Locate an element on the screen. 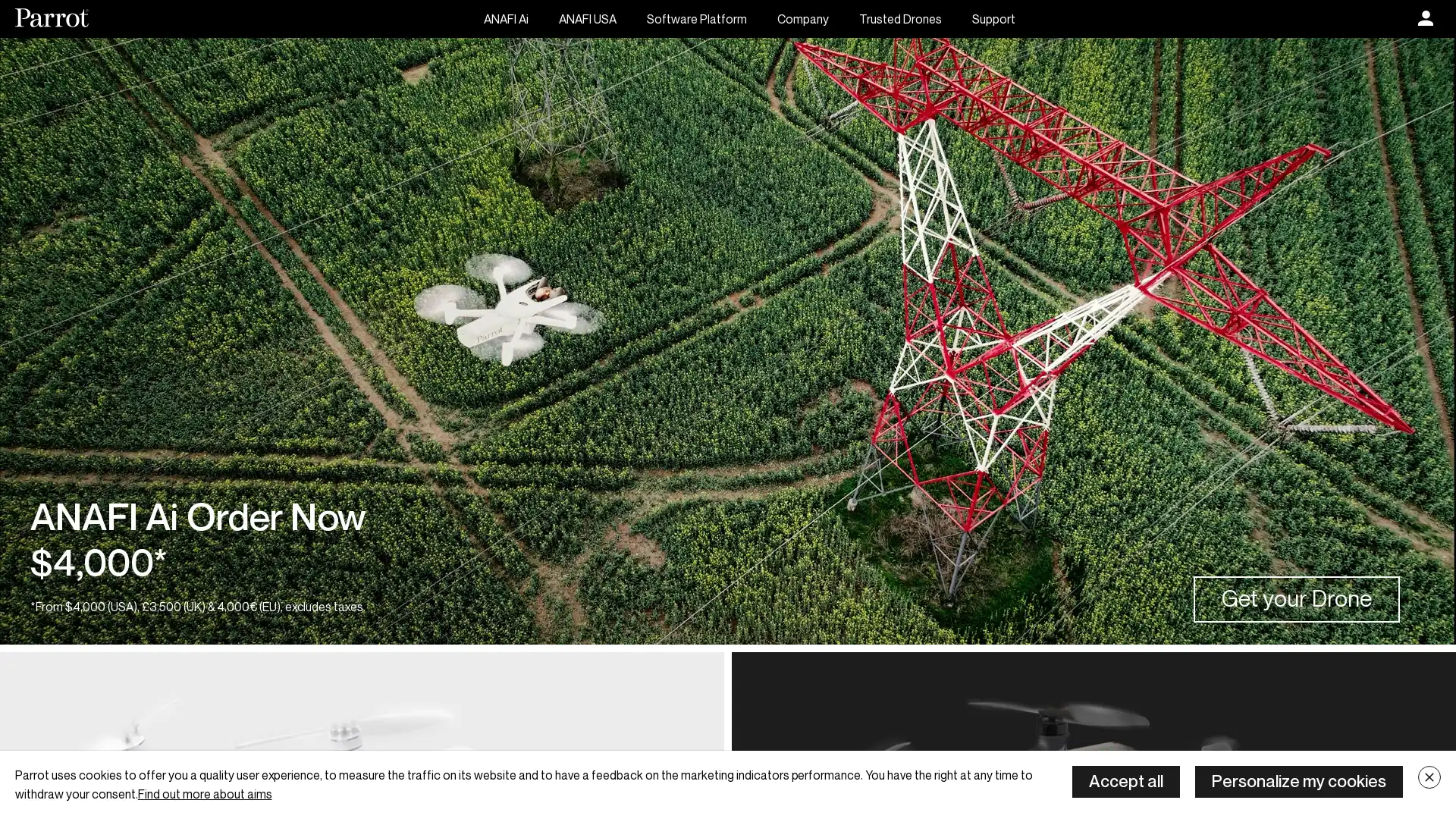 The image size is (1456, 819). Accept all is located at coordinates (1125, 781).